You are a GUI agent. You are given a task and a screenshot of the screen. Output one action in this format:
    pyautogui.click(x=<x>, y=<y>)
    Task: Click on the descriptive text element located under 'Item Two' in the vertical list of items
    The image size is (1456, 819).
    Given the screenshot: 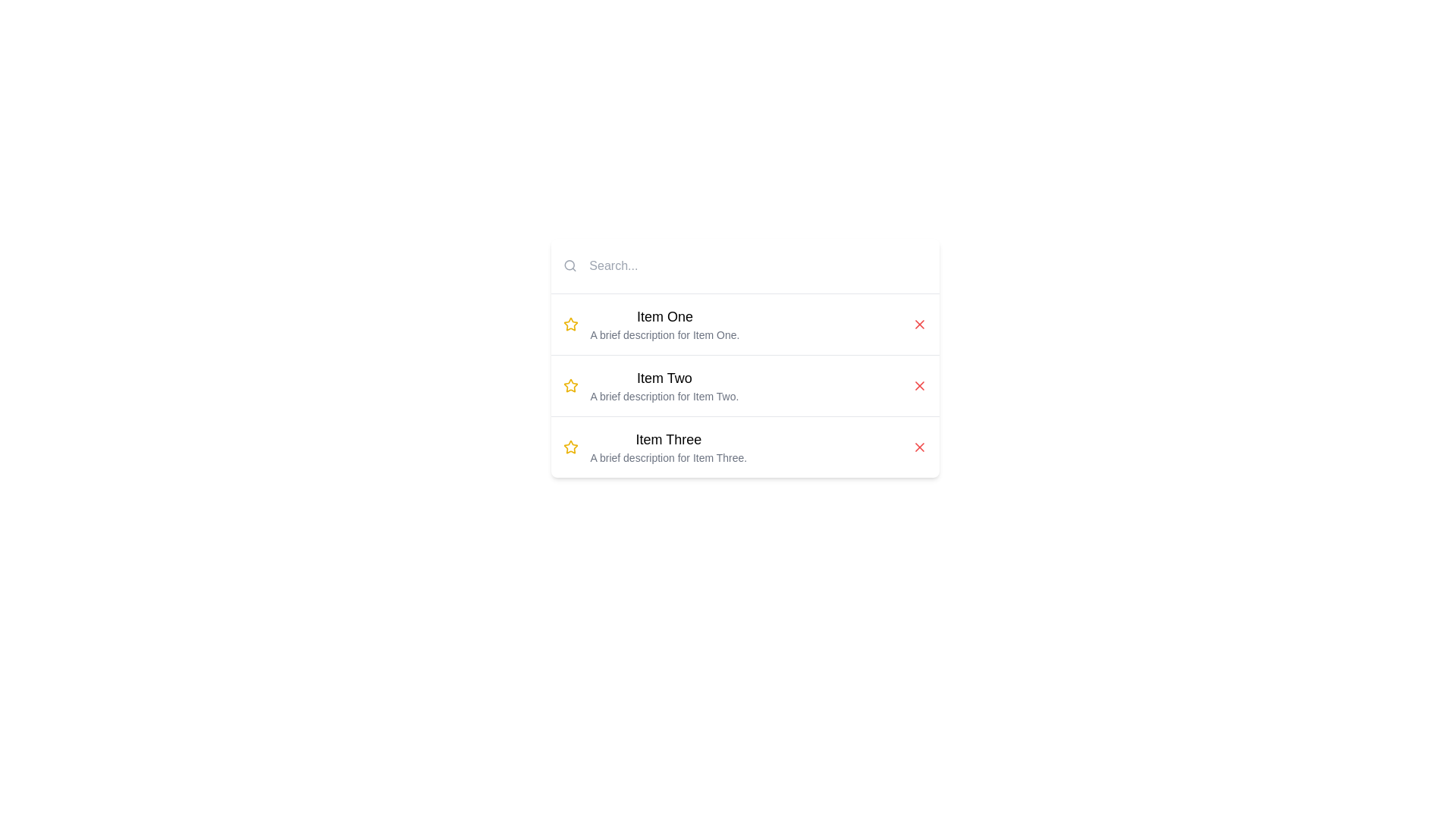 What is the action you would take?
    pyautogui.click(x=664, y=396)
    